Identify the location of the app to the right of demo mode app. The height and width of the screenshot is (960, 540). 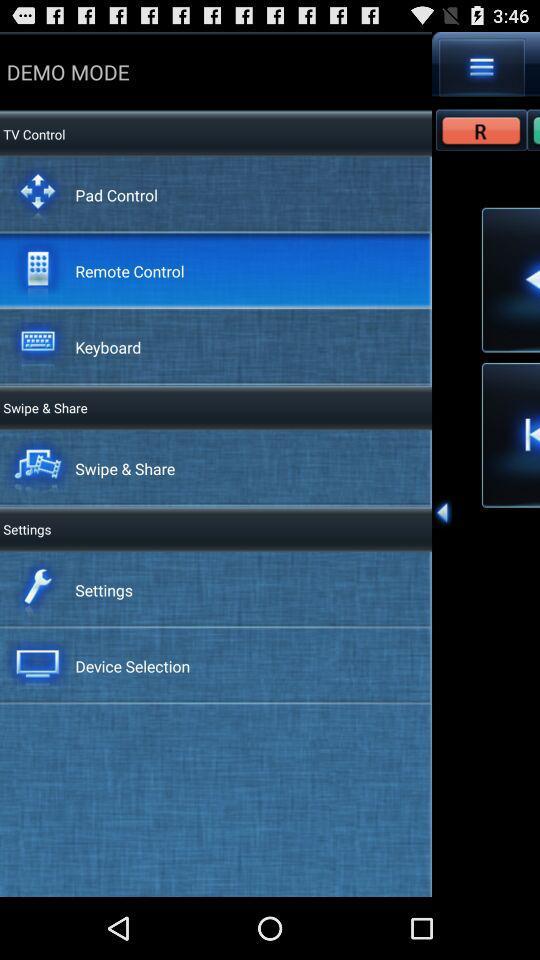
(481, 67).